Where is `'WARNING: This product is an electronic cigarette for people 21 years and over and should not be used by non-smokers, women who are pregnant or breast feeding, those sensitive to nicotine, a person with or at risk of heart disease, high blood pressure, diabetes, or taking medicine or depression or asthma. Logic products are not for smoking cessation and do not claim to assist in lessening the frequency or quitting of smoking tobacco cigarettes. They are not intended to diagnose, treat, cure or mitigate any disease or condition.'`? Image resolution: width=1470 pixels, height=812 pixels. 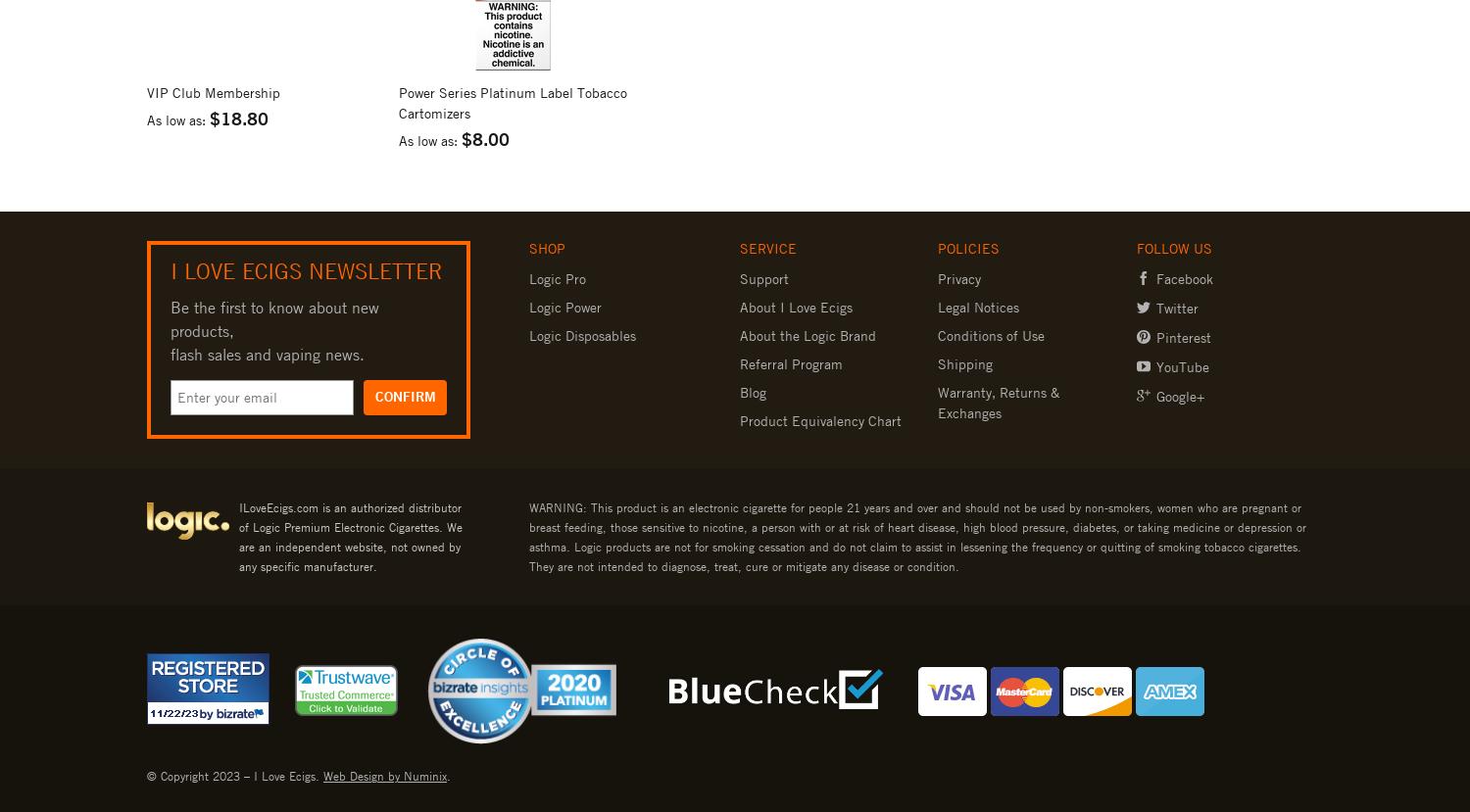
'WARNING: This product is an electronic cigarette for people 21 years and over and should not be used by non-smokers, women who are pregnant or breast feeding, those sensitive to nicotine, a person with or at risk of heart disease, high blood pressure, diabetes, or taking medicine or depression or asthma. Logic products are not for smoking cessation and do not claim to assist in lessening the frequency or quitting of smoking tobacco cigarettes. They are not intended to diagnose, treat, cure or mitigate any disease or condition.' is located at coordinates (917, 535).